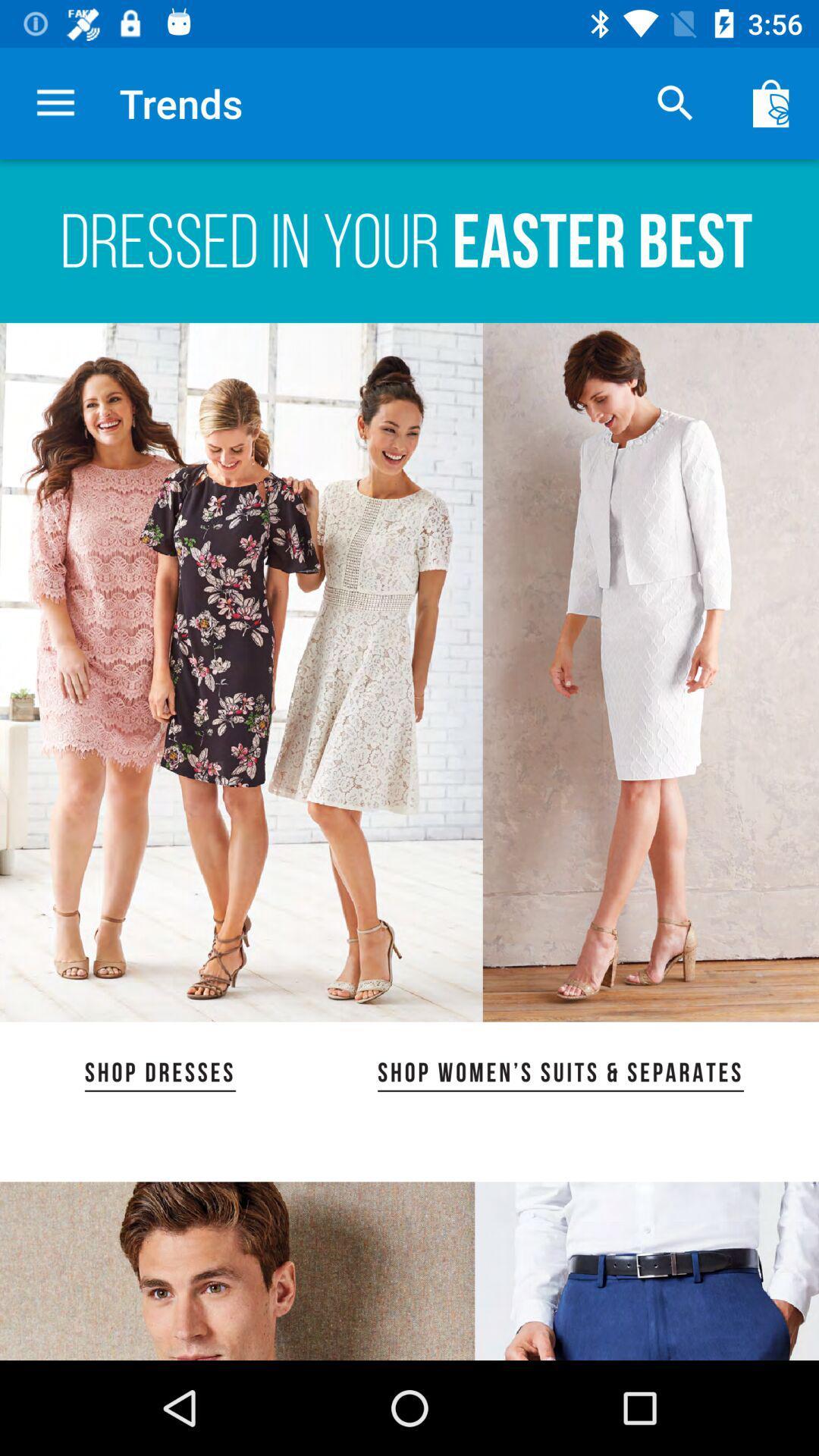 Image resolution: width=819 pixels, height=1456 pixels. What do you see at coordinates (55, 102) in the screenshot?
I see `app to the left of trends` at bounding box center [55, 102].